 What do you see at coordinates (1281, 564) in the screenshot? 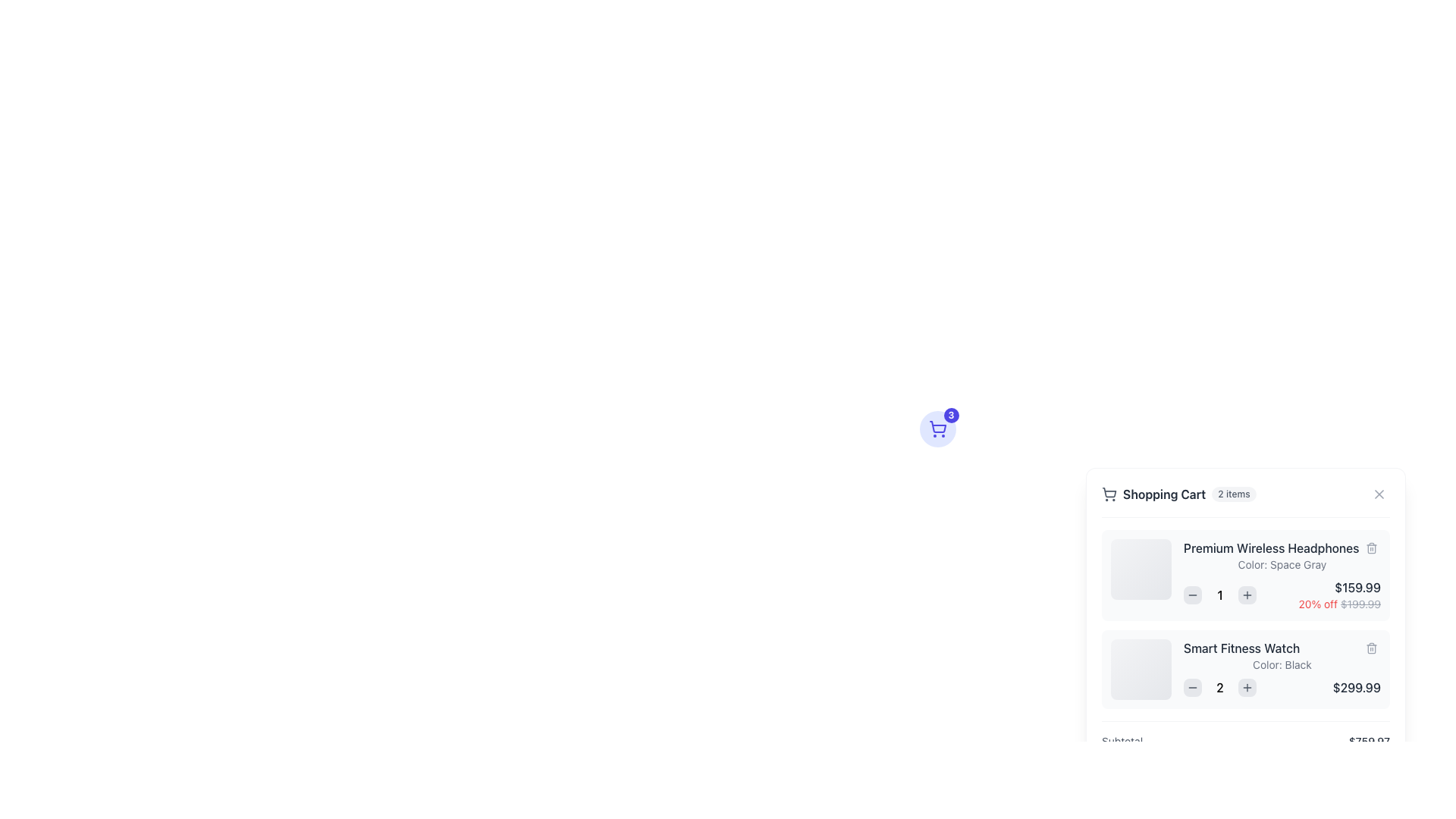
I see `the text label displaying 'Color: Space Gray' located below the title 'Premium Wireless Headphones' in the shopping cart interface` at bounding box center [1281, 564].